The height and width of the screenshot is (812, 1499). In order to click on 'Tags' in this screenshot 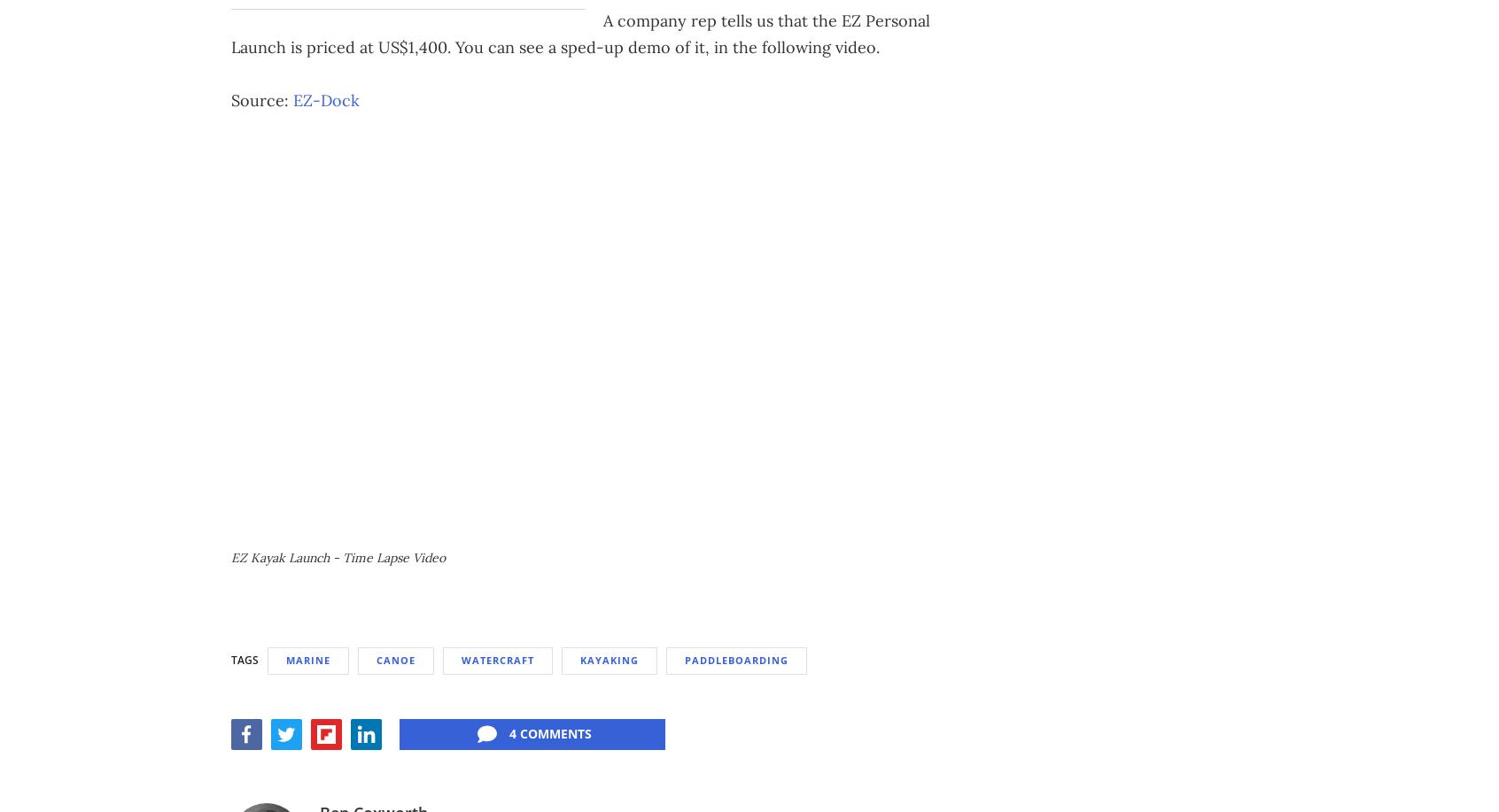, I will do `click(245, 658)`.